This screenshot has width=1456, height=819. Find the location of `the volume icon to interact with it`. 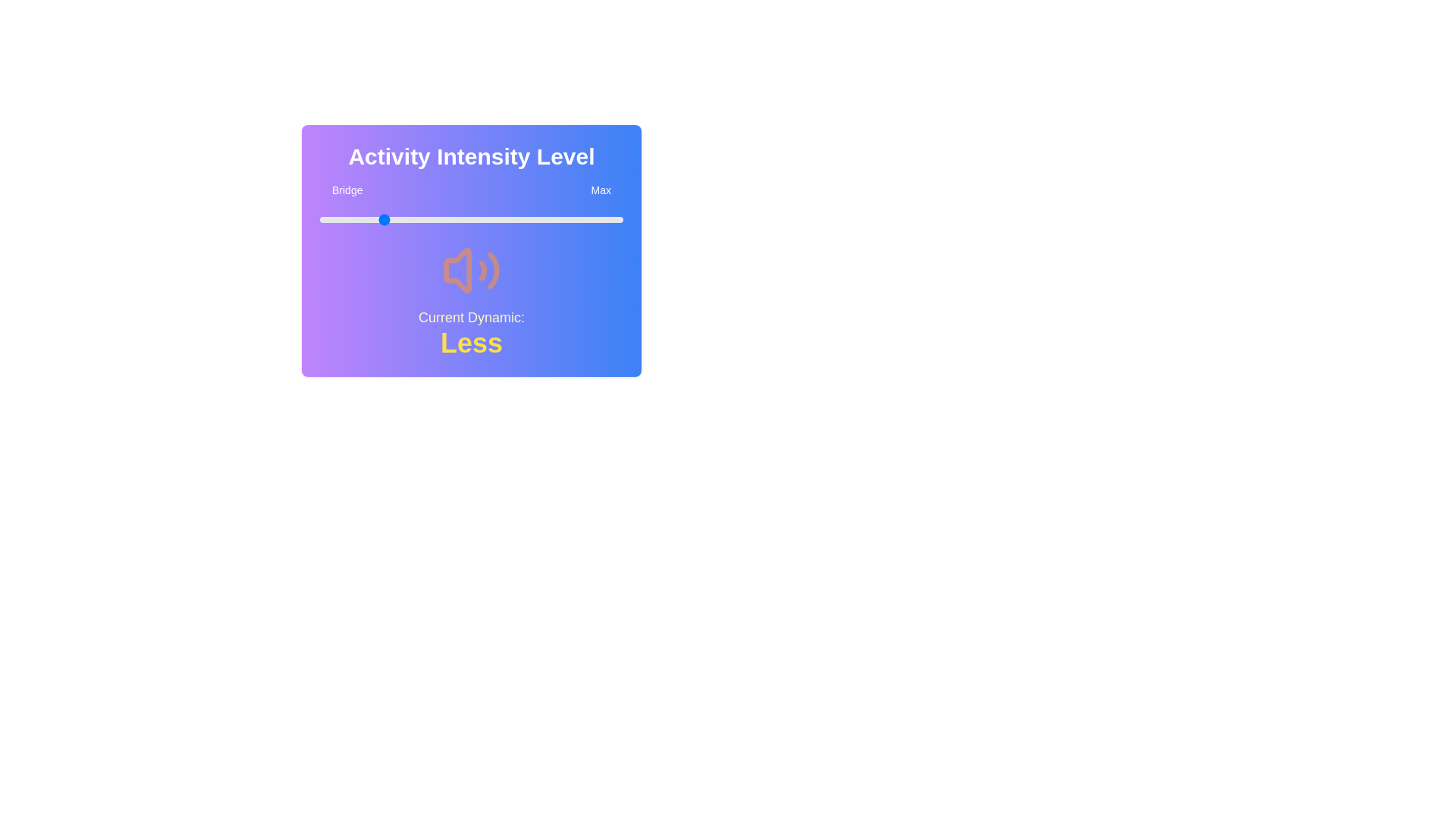

the volume icon to interact with it is located at coordinates (471, 270).